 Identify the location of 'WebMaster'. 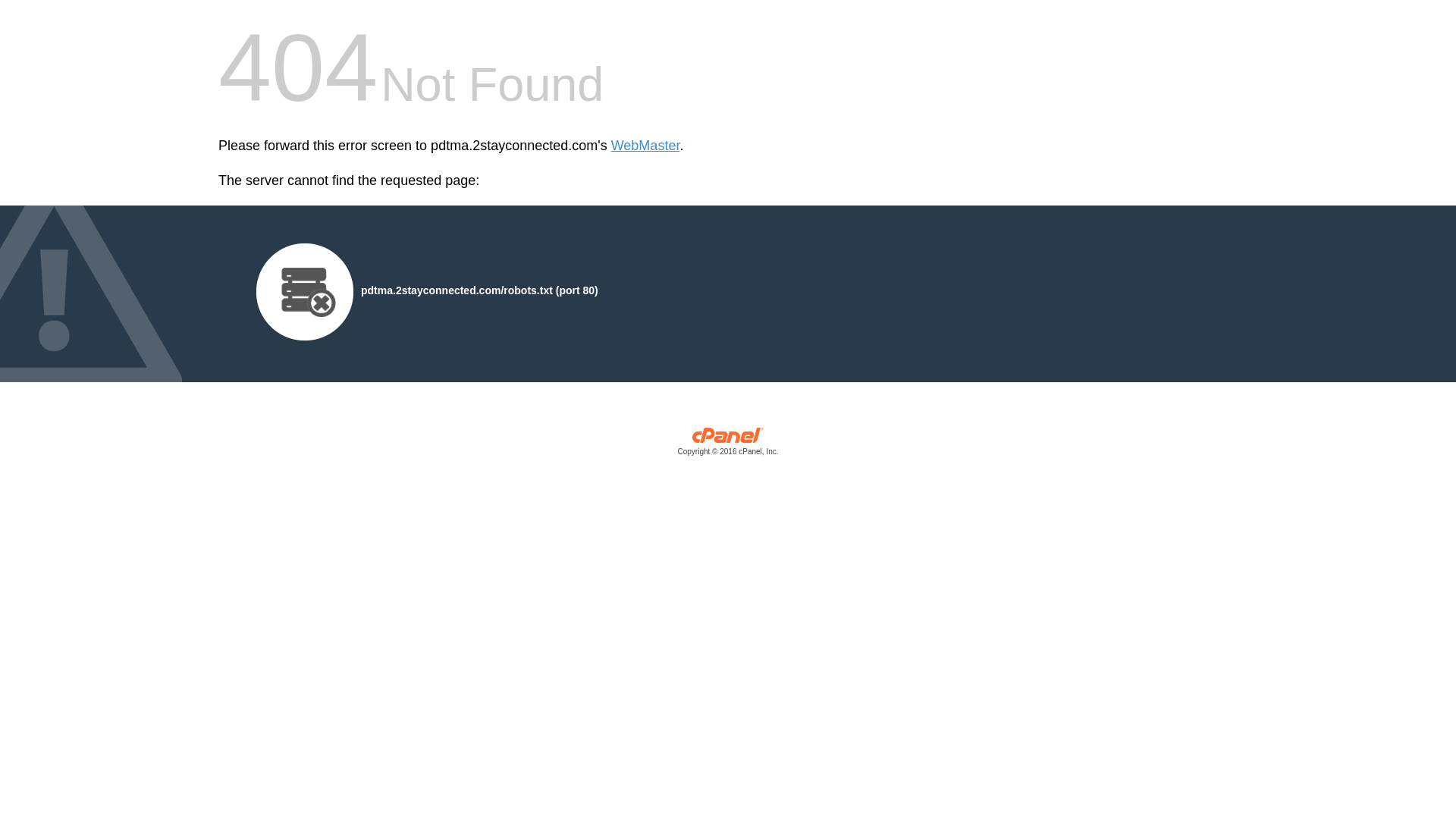
(611, 146).